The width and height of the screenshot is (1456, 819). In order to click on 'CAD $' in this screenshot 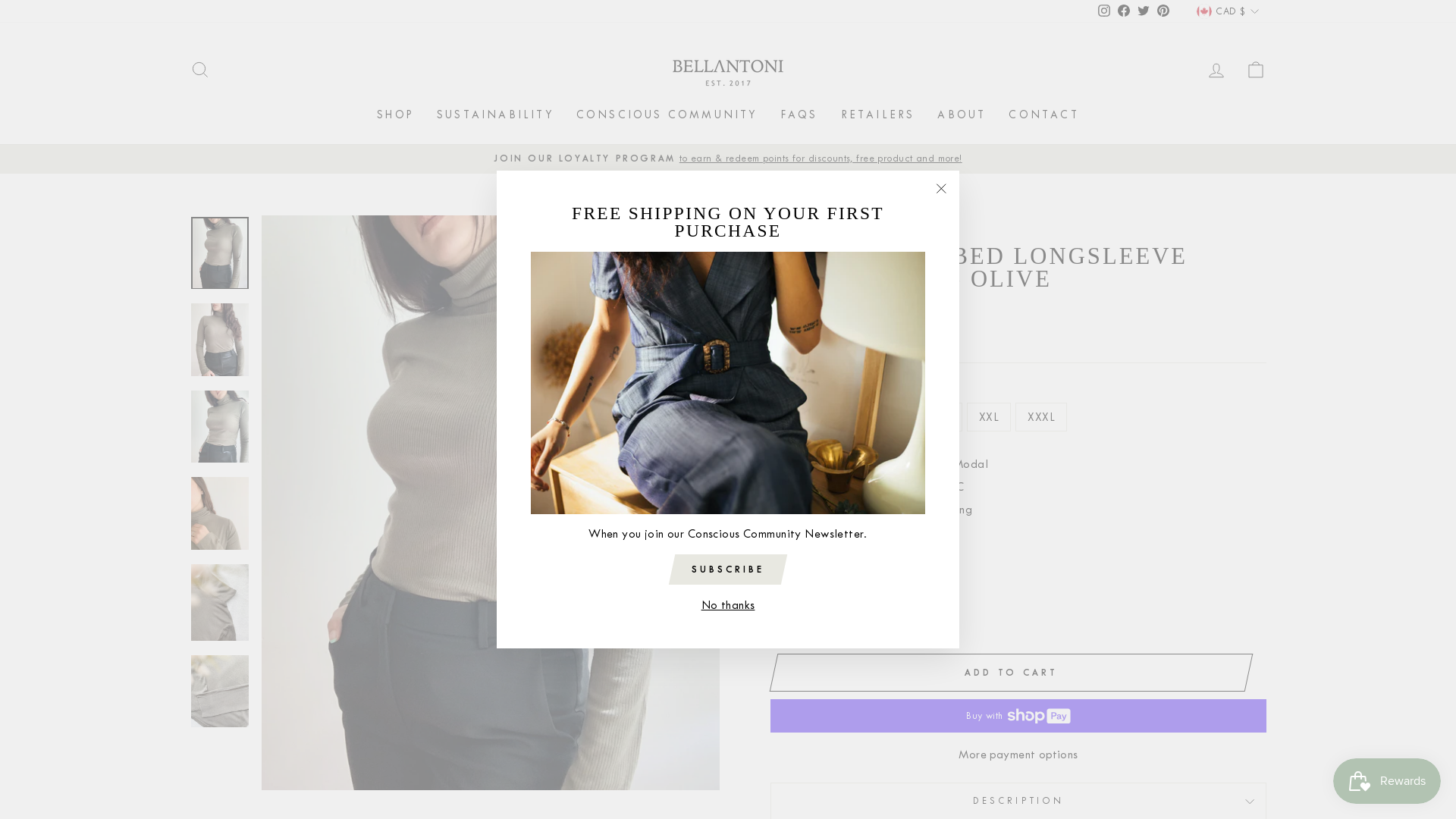, I will do `click(1227, 11)`.